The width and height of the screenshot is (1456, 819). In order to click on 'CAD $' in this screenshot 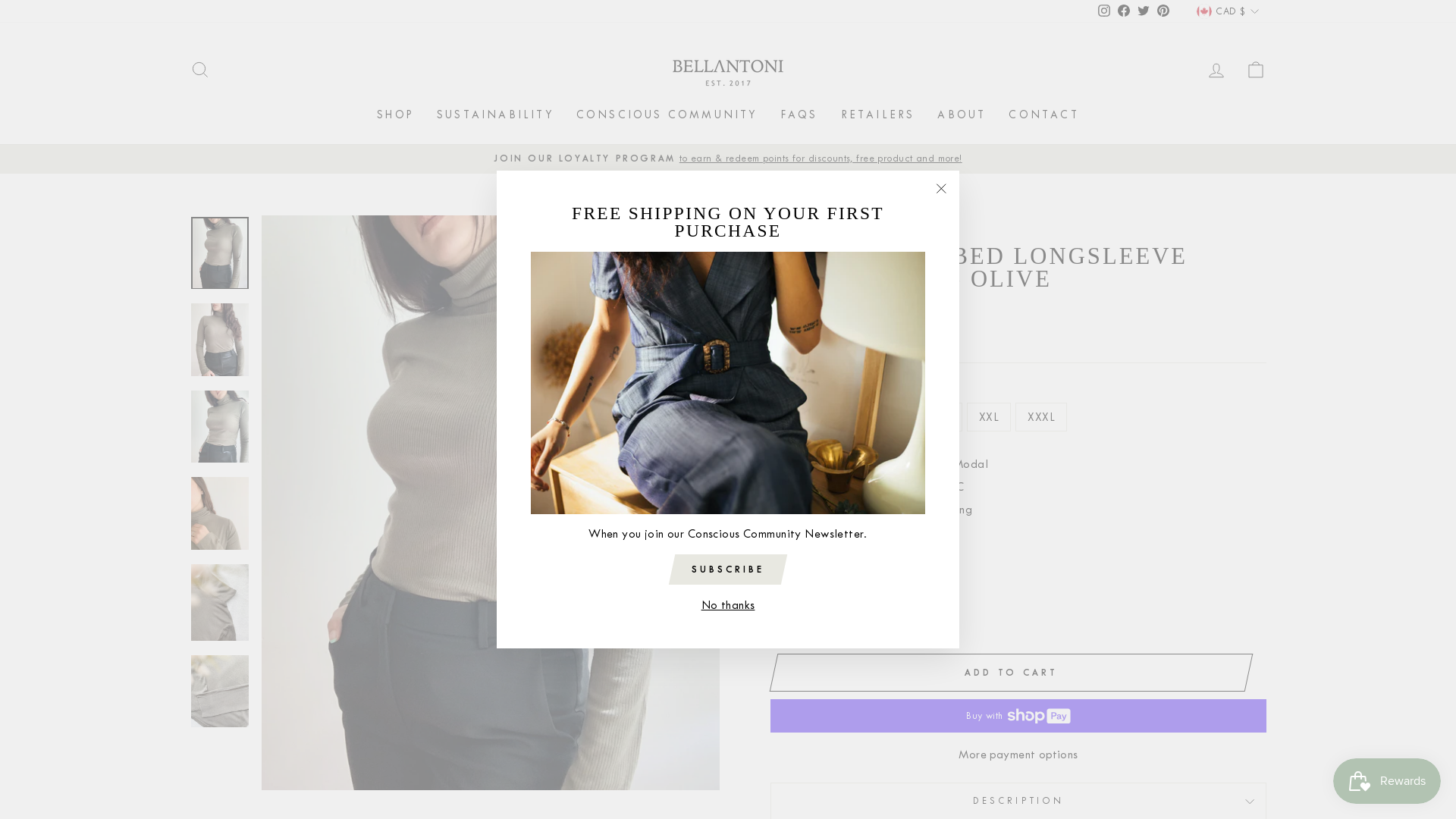, I will do `click(1227, 11)`.